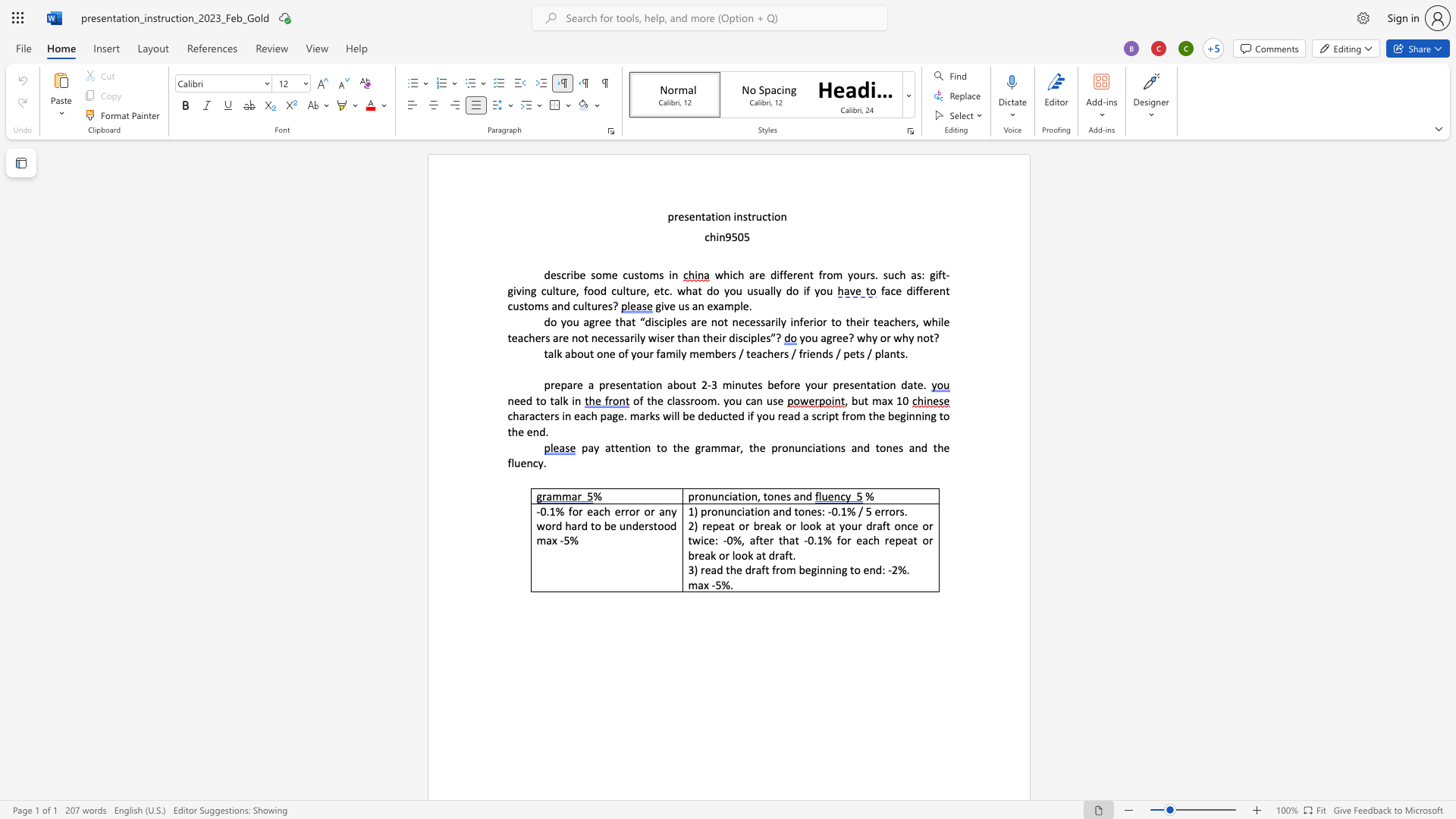 The image size is (1456, 819). Describe the element at coordinates (669, 306) in the screenshot. I see `the space between the continuous character "v" and "e" in the text` at that location.